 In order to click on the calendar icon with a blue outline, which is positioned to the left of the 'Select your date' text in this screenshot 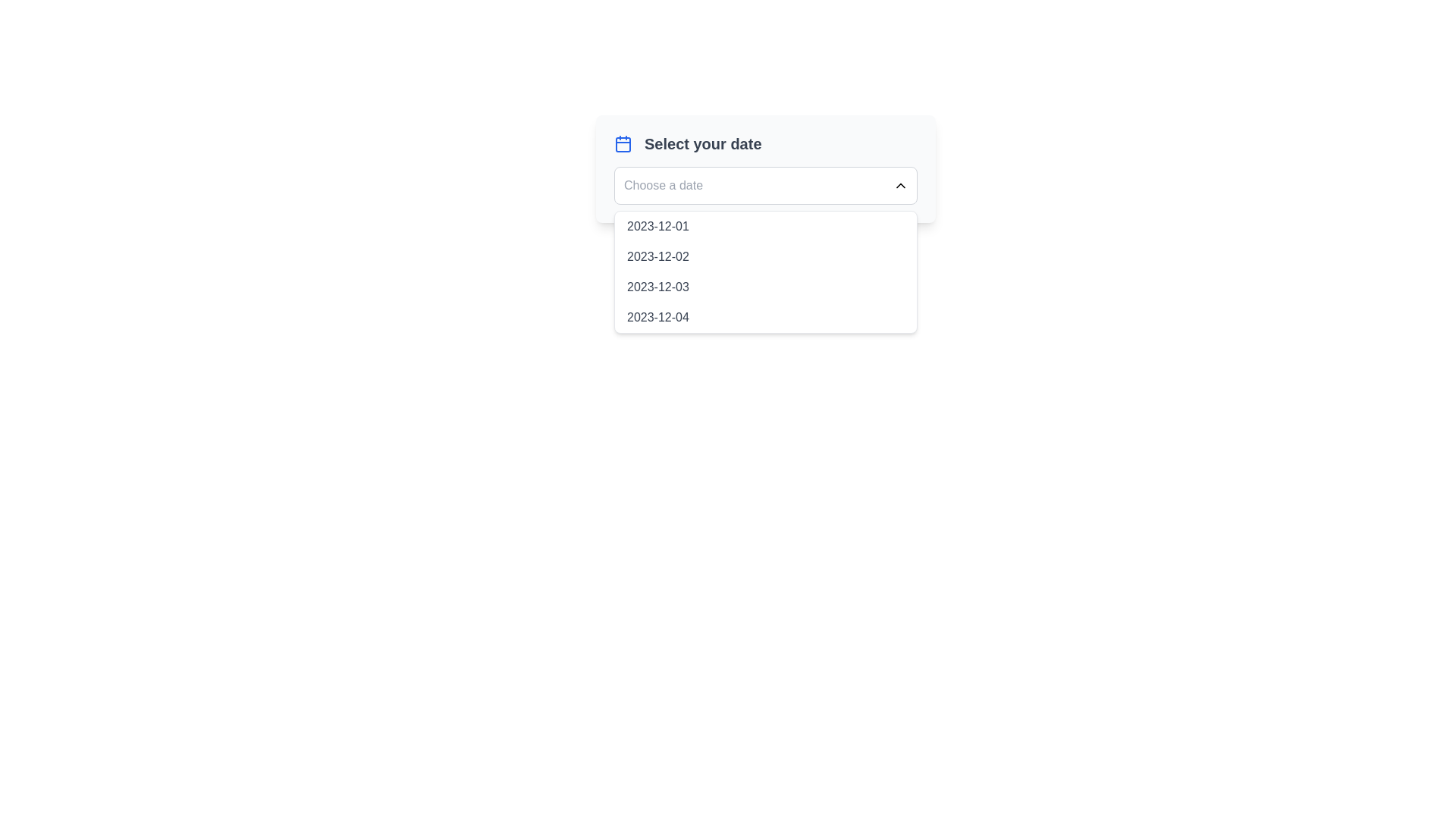, I will do `click(623, 143)`.